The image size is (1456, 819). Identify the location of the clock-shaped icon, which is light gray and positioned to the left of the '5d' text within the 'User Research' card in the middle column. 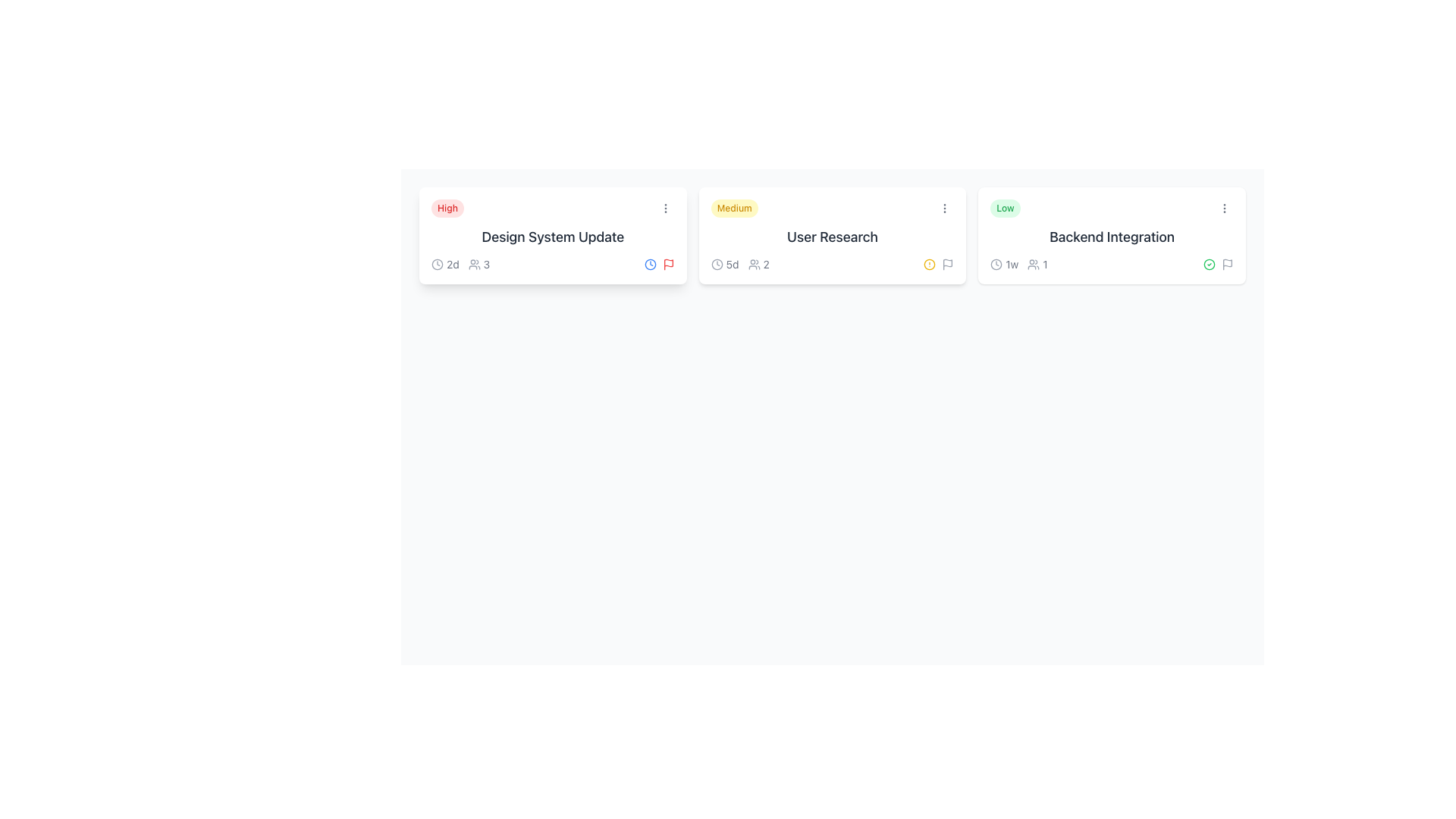
(716, 263).